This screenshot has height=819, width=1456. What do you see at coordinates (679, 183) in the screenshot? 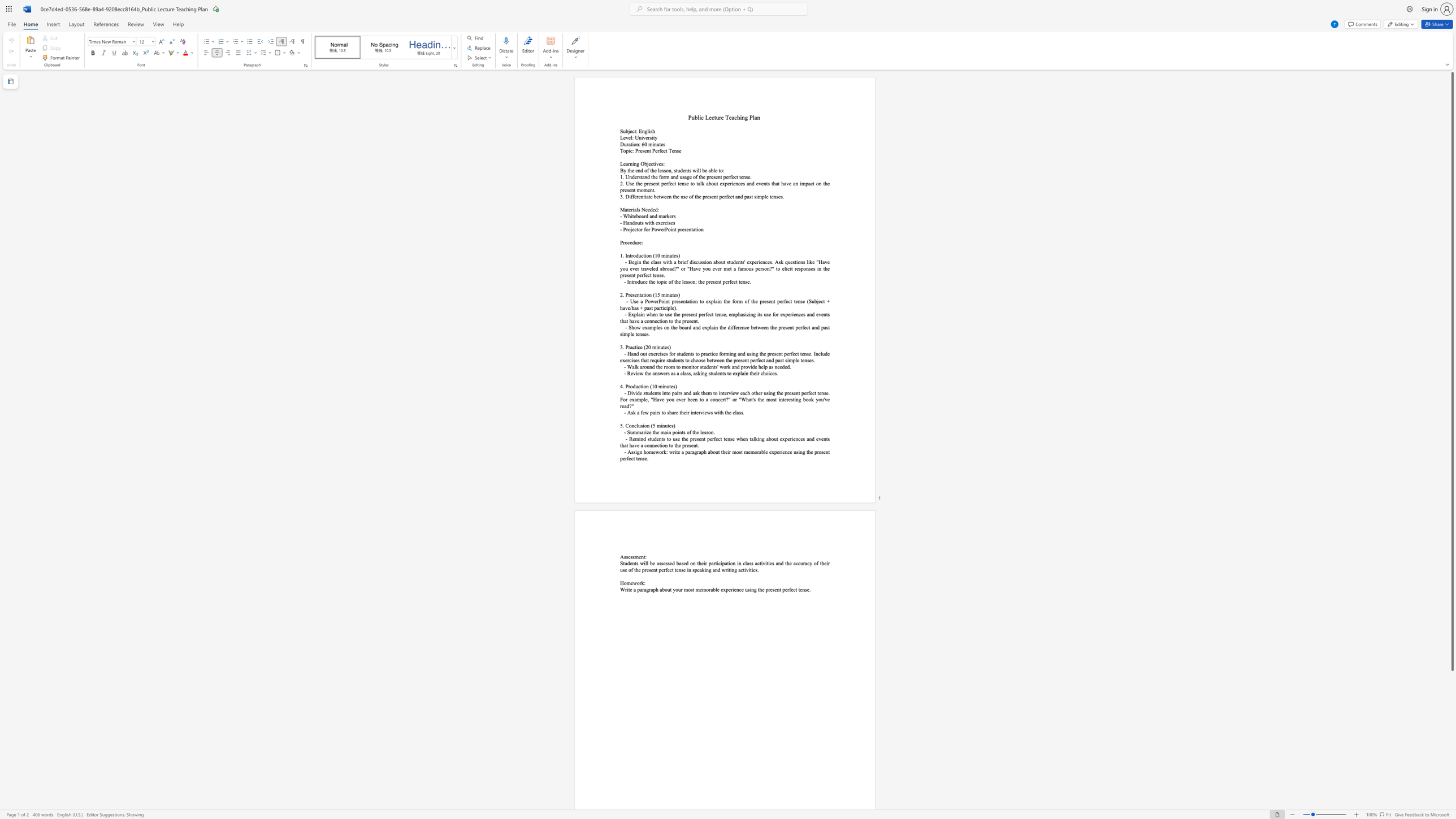
I see `the subset text "ense to talk about experiences and events that have an impact on th" within the text "2. Use the present perfect tense to talk about experiences and events that have an impact on the present moment."` at bounding box center [679, 183].